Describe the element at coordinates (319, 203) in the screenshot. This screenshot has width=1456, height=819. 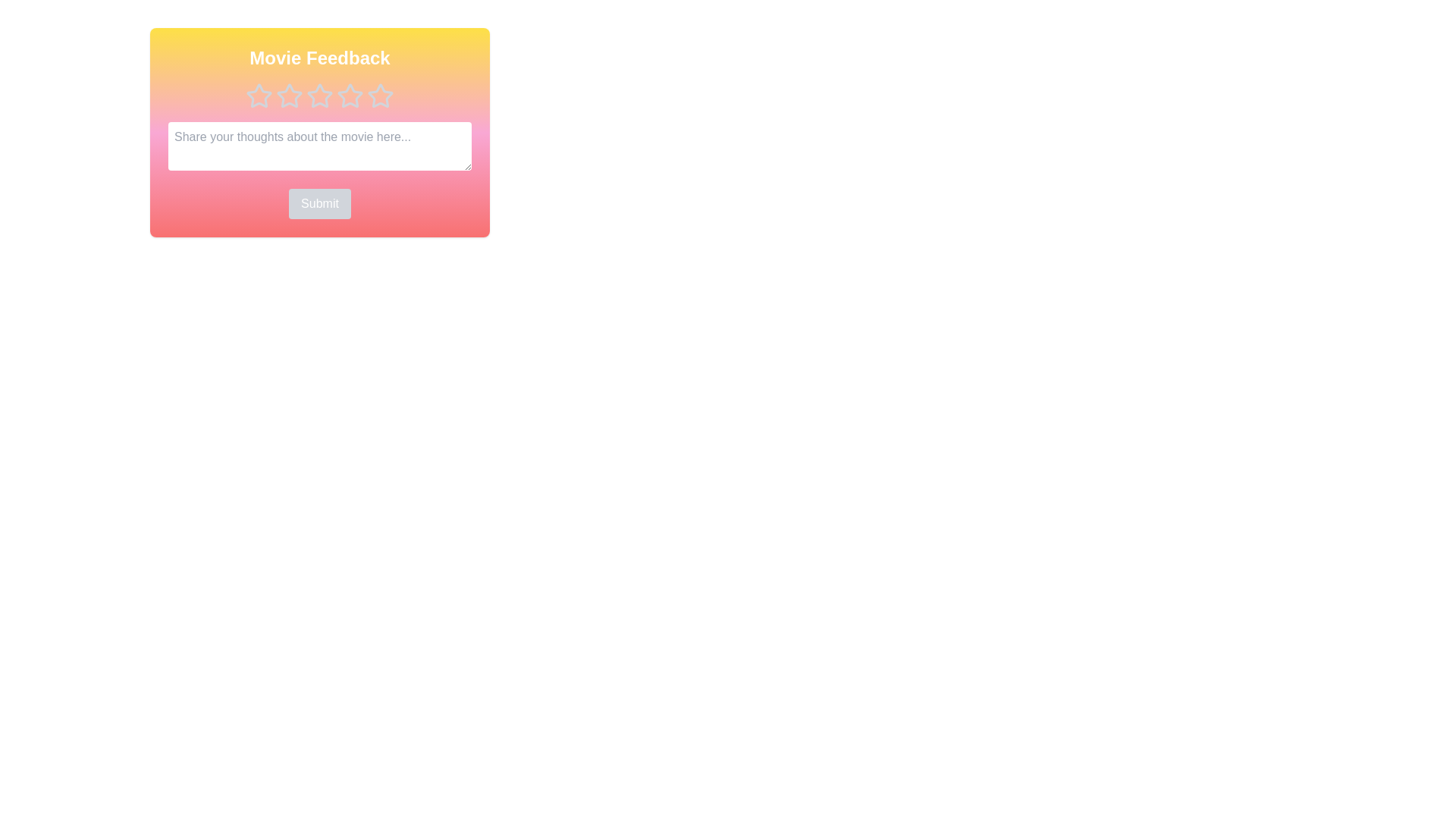
I see `Submit button to submit the feedback` at that location.